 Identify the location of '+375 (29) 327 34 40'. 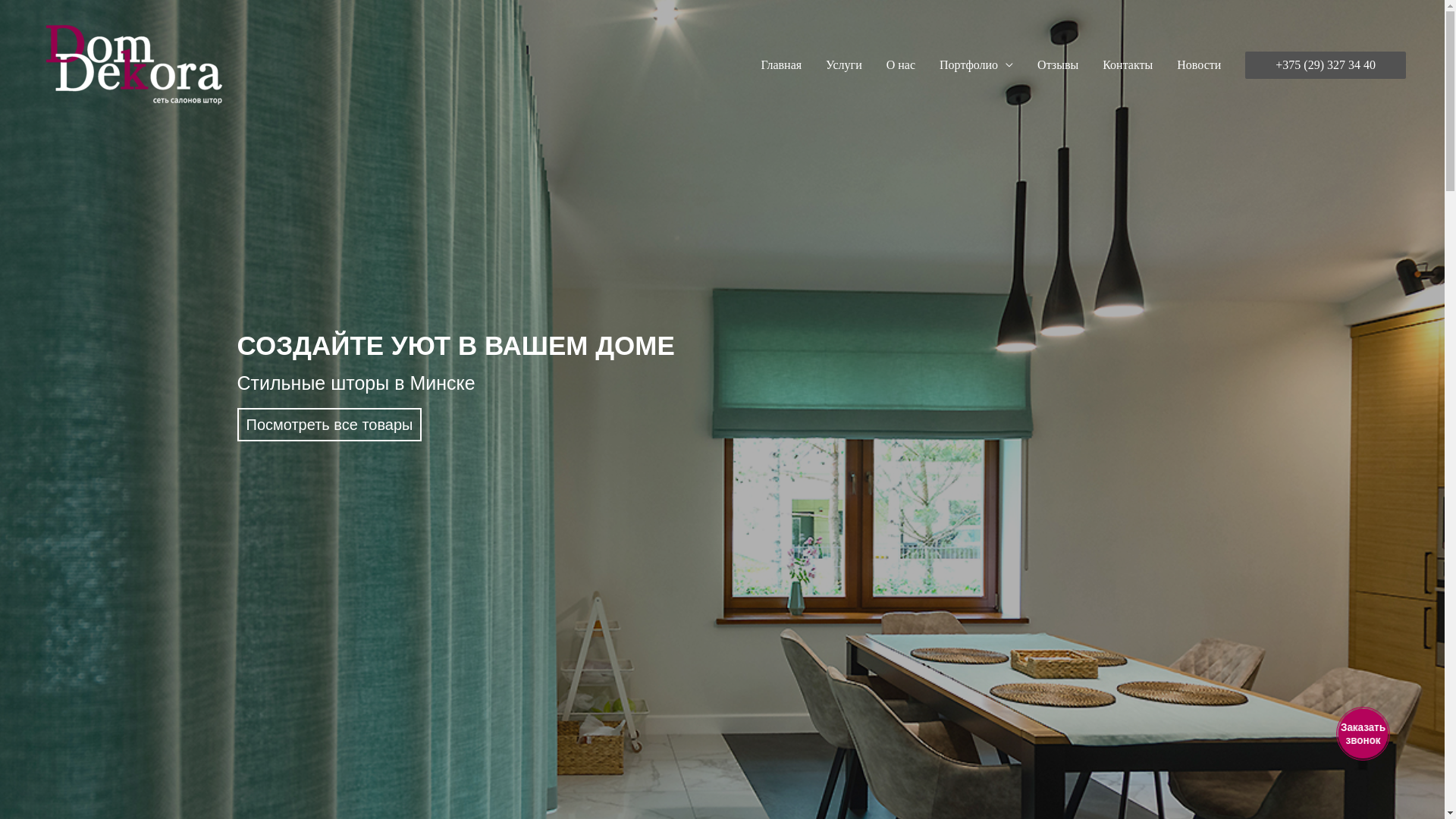
(1324, 64).